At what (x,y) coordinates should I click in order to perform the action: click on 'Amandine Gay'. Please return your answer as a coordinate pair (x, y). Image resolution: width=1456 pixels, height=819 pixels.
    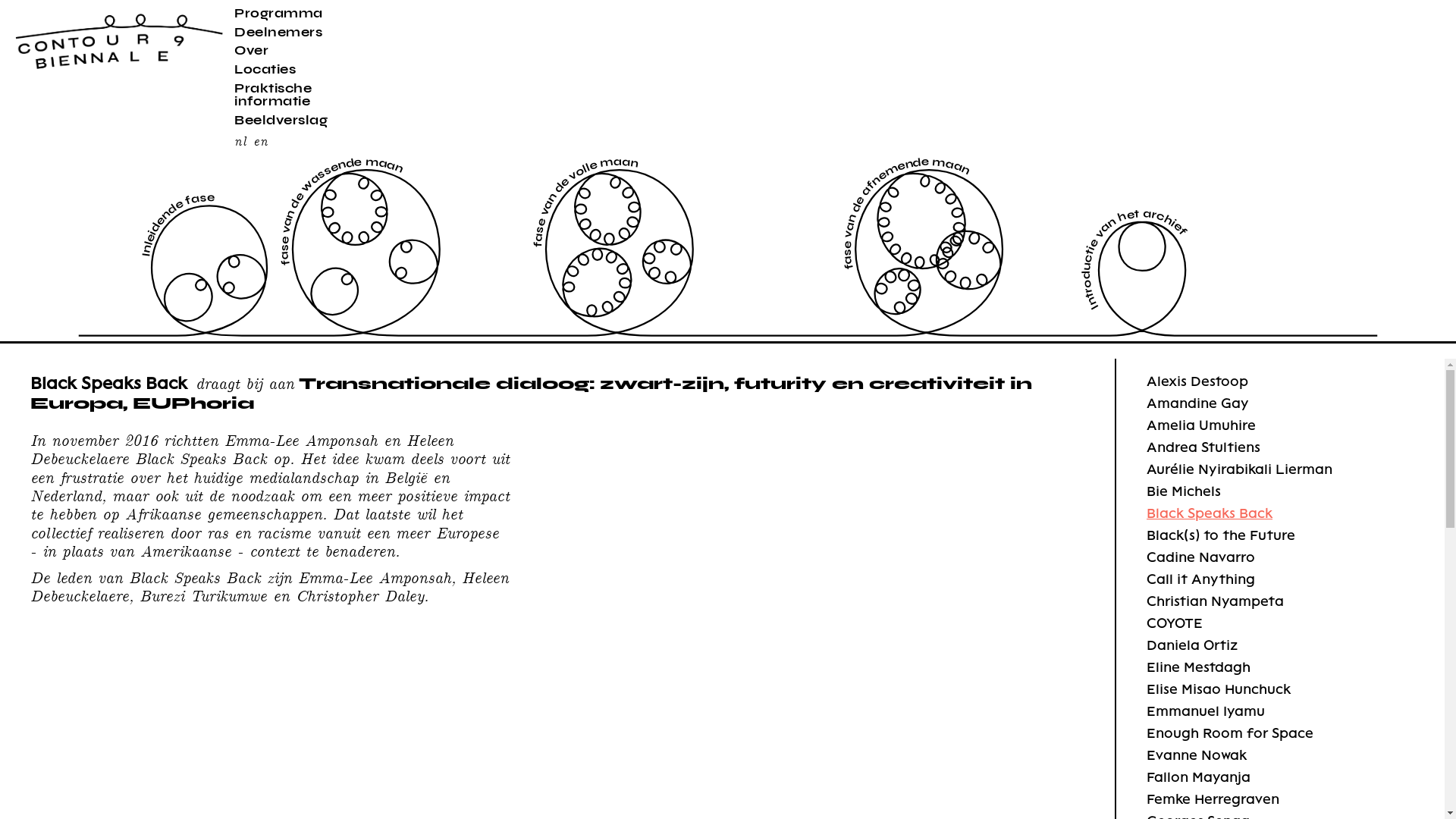
    Looking at the image, I should click on (1147, 402).